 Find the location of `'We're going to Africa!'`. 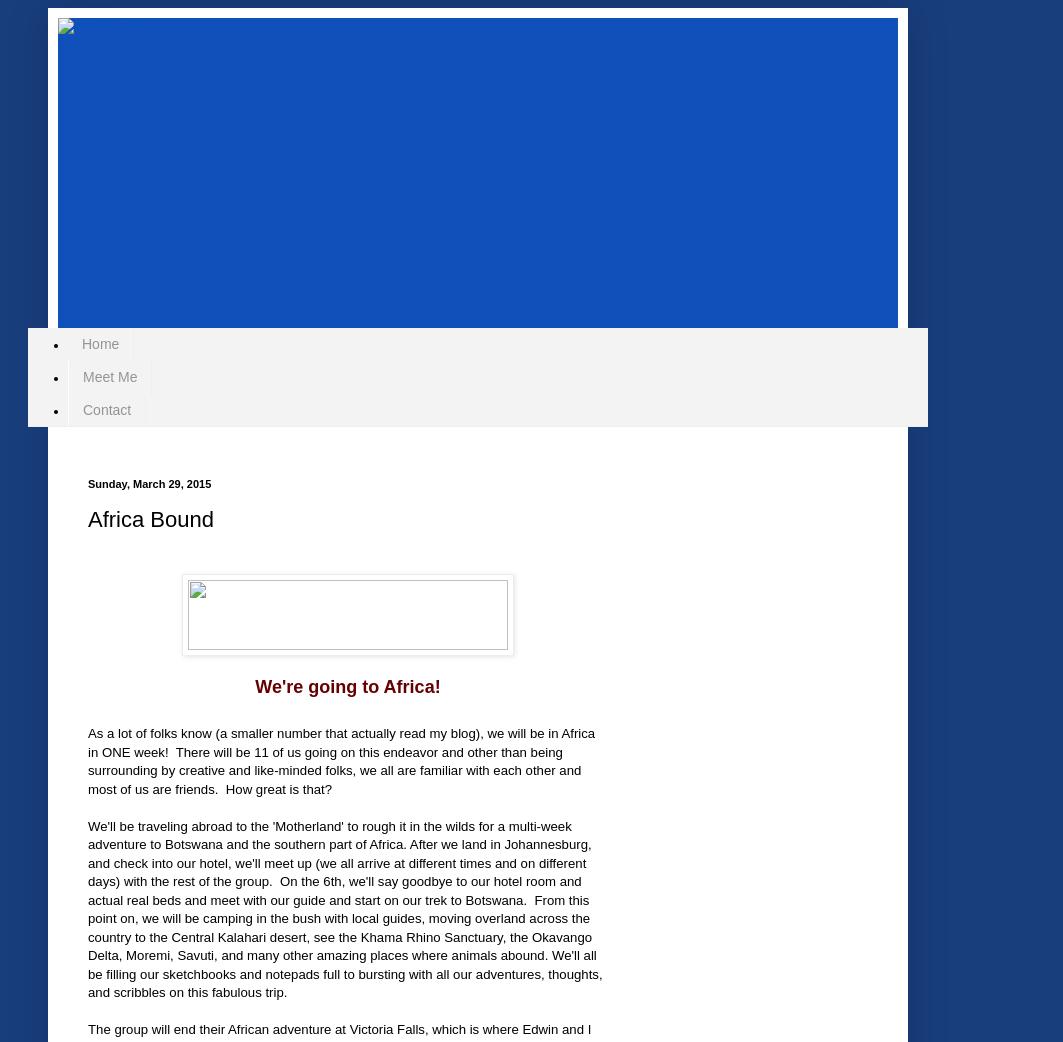

'We're going to Africa!' is located at coordinates (347, 685).